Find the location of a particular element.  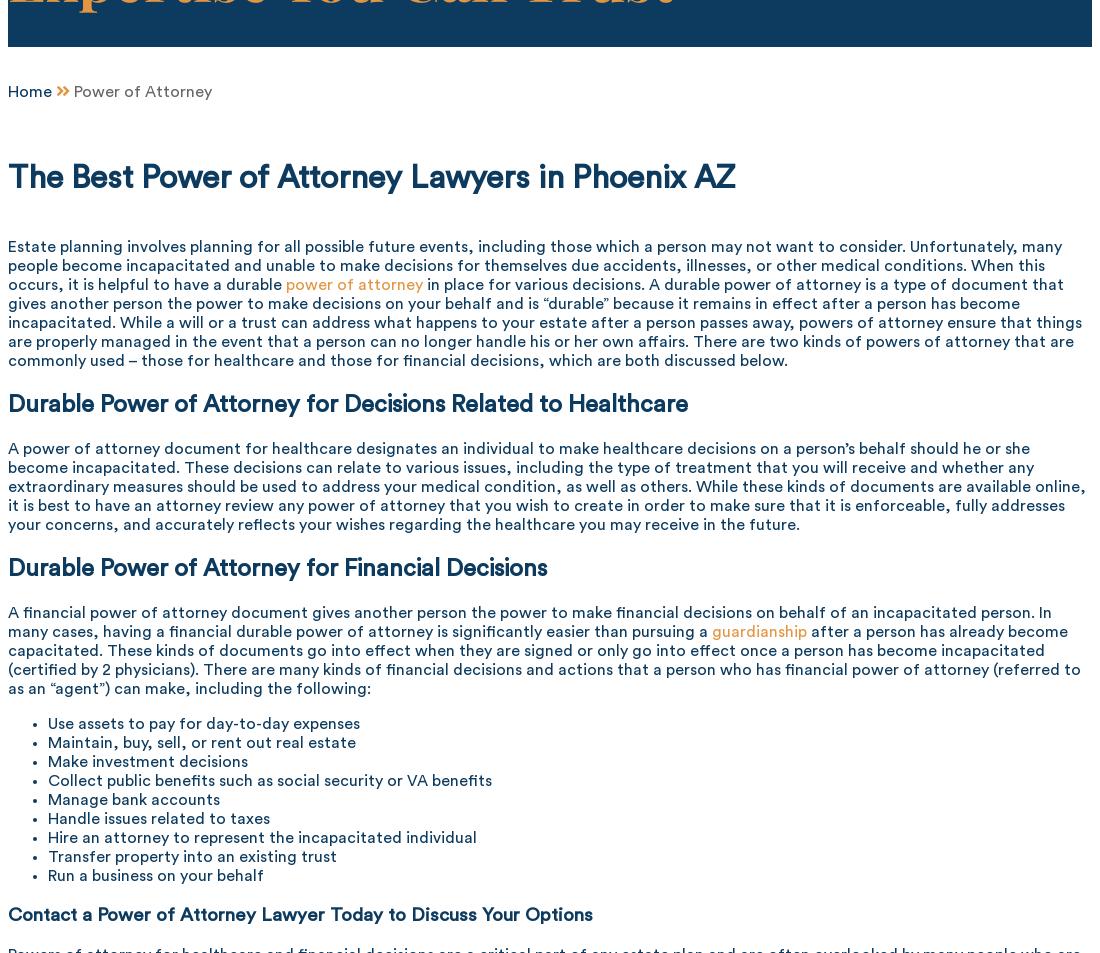

'Handle issues related to taxes' is located at coordinates (157, 817).